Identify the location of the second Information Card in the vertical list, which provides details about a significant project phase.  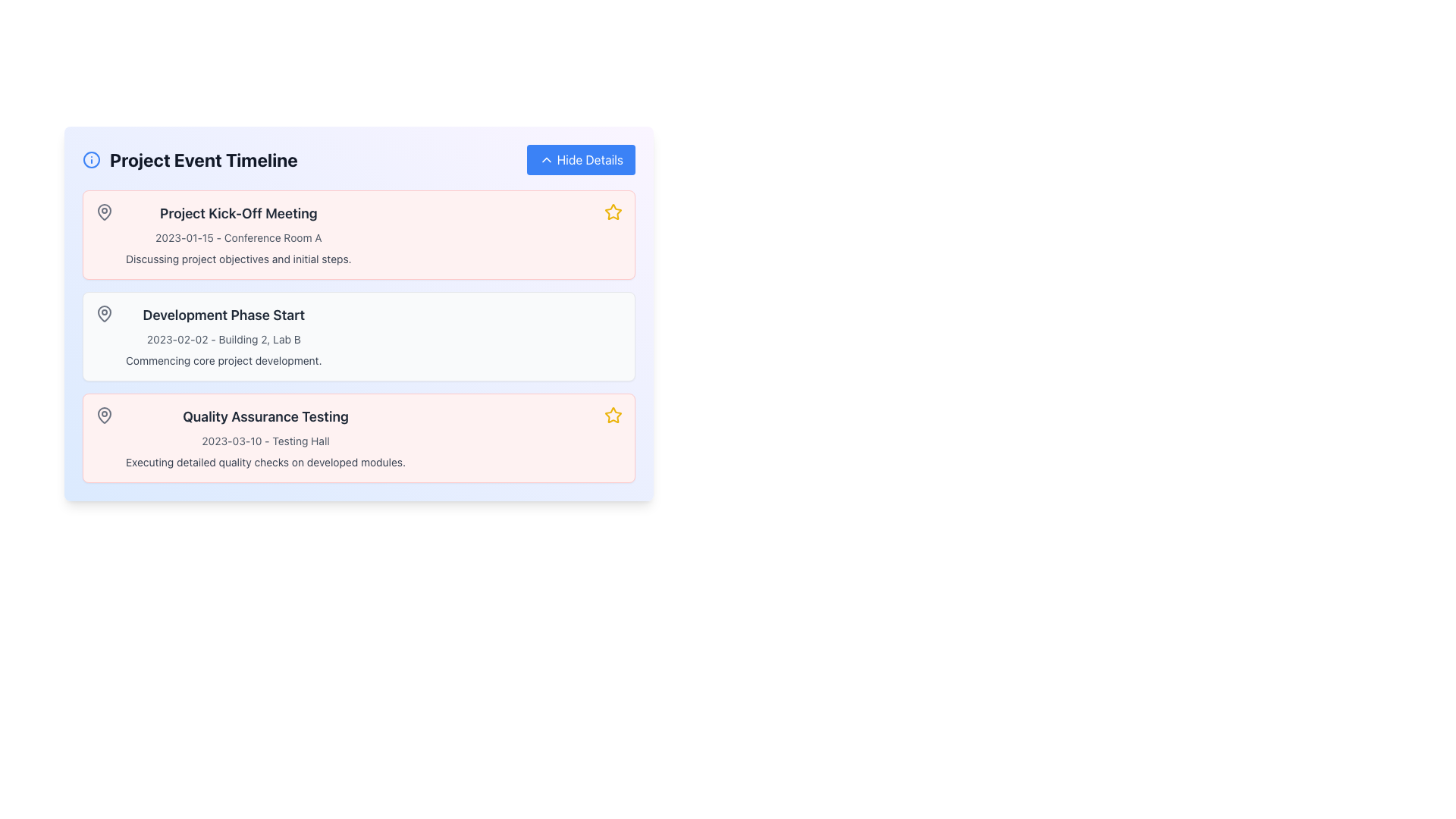
(358, 335).